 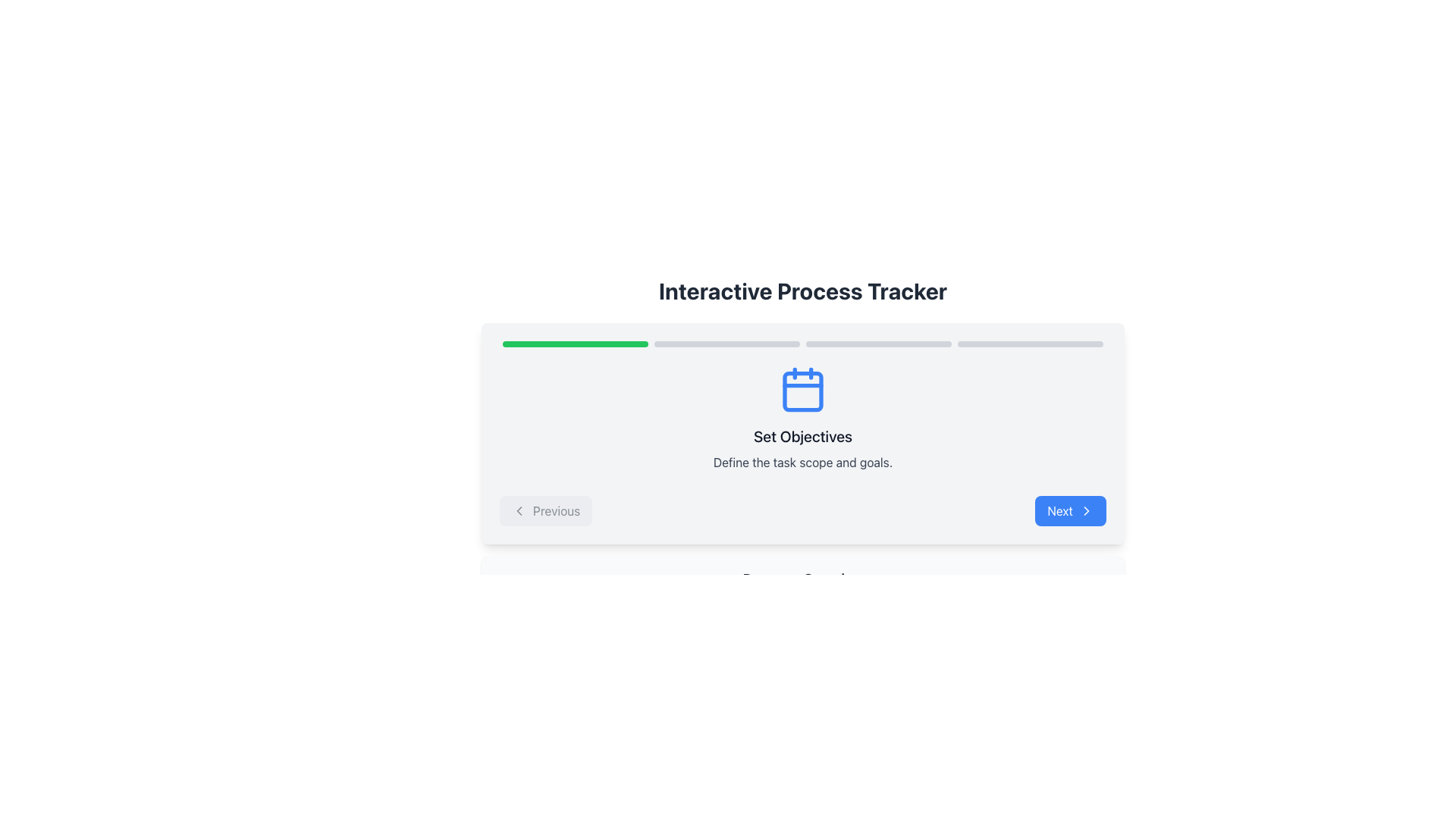 What do you see at coordinates (1086, 511) in the screenshot?
I see `the rightward-facing arrow icon that is part of the 'Next' button, located at the bottom-right corner of the card displaying 'Set Objectives'` at bounding box center [1086, 511].